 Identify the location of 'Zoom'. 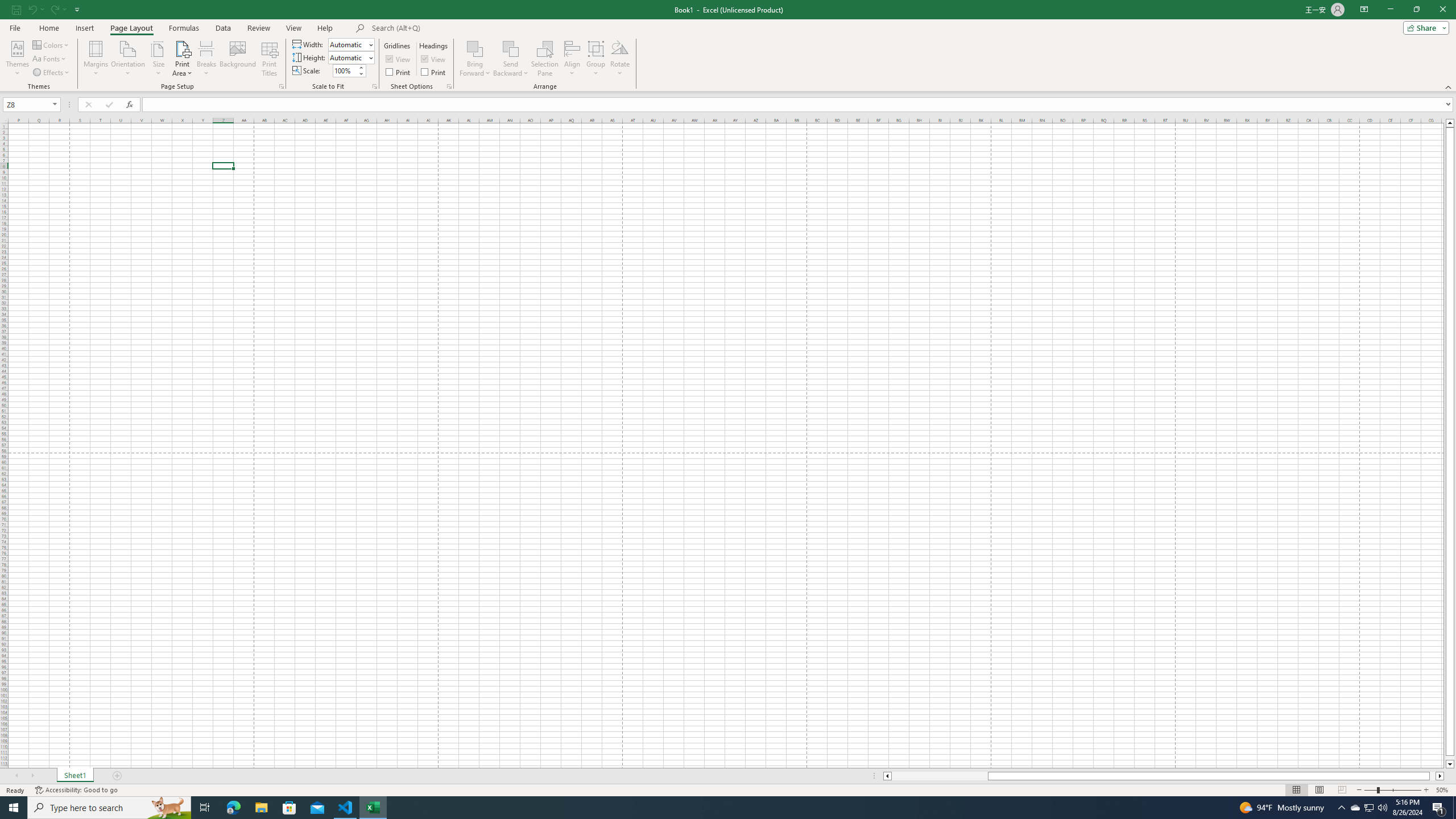
(1392, 790).